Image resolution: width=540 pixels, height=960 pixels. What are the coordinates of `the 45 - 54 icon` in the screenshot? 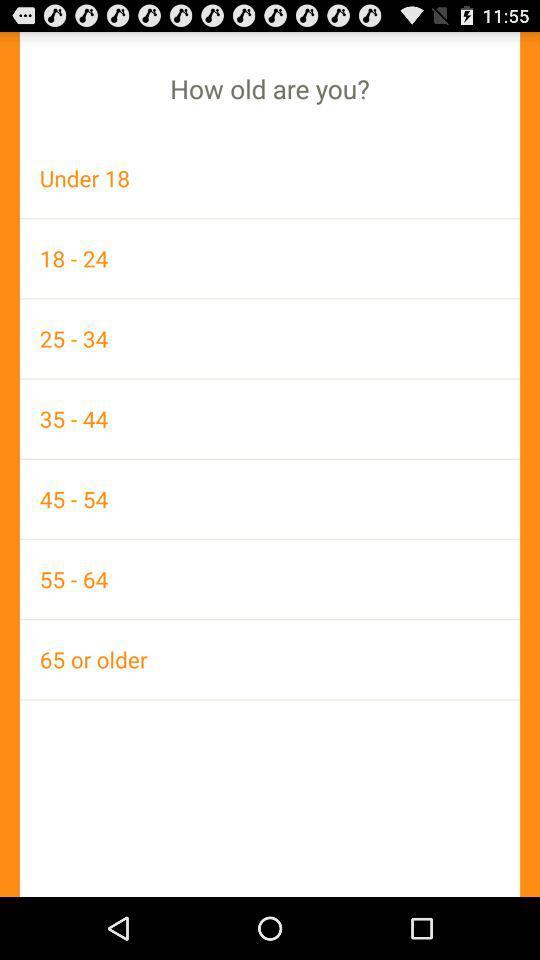 It's located at (270, 498).